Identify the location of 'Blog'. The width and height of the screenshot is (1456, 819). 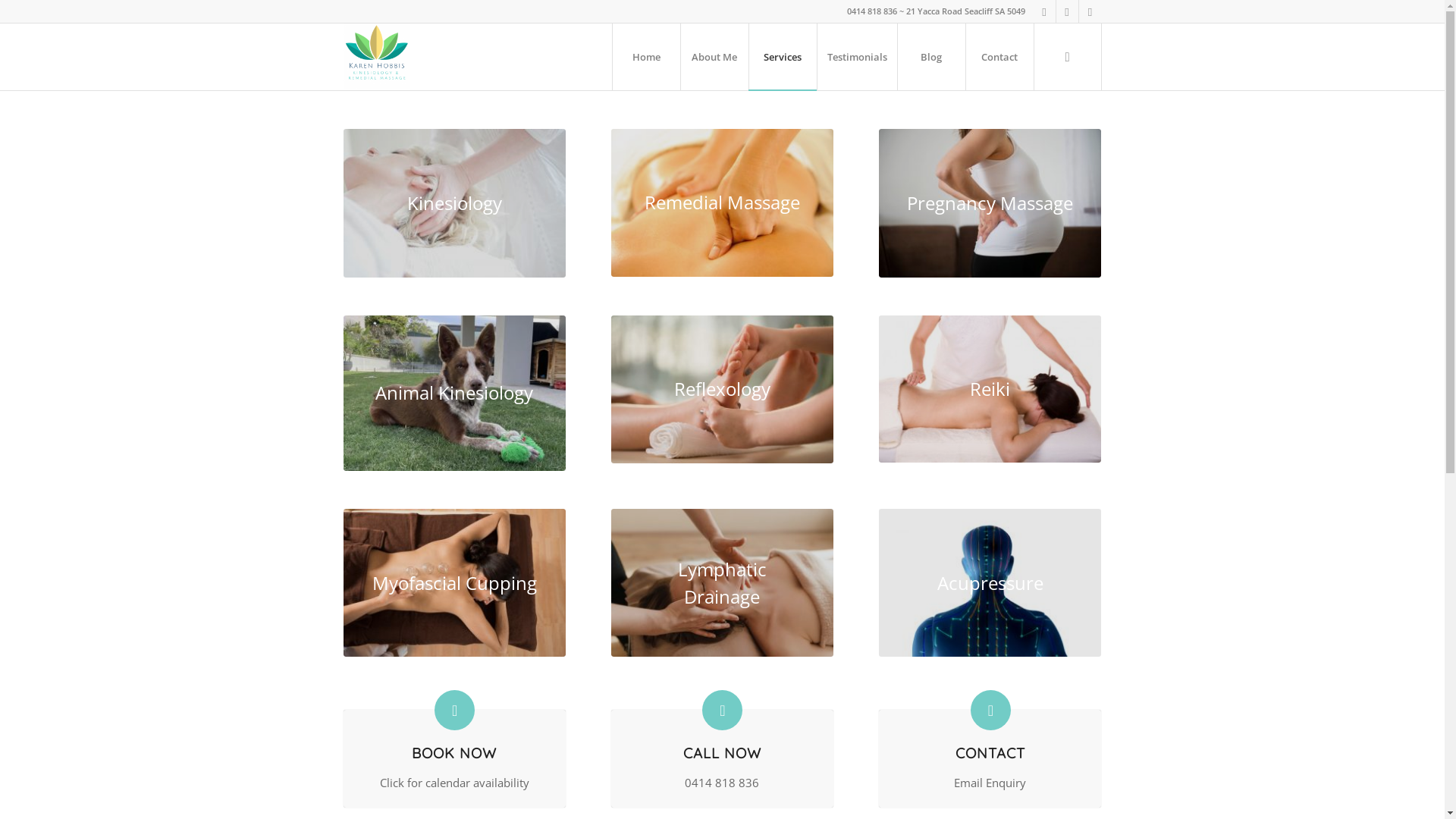
(896, 55).